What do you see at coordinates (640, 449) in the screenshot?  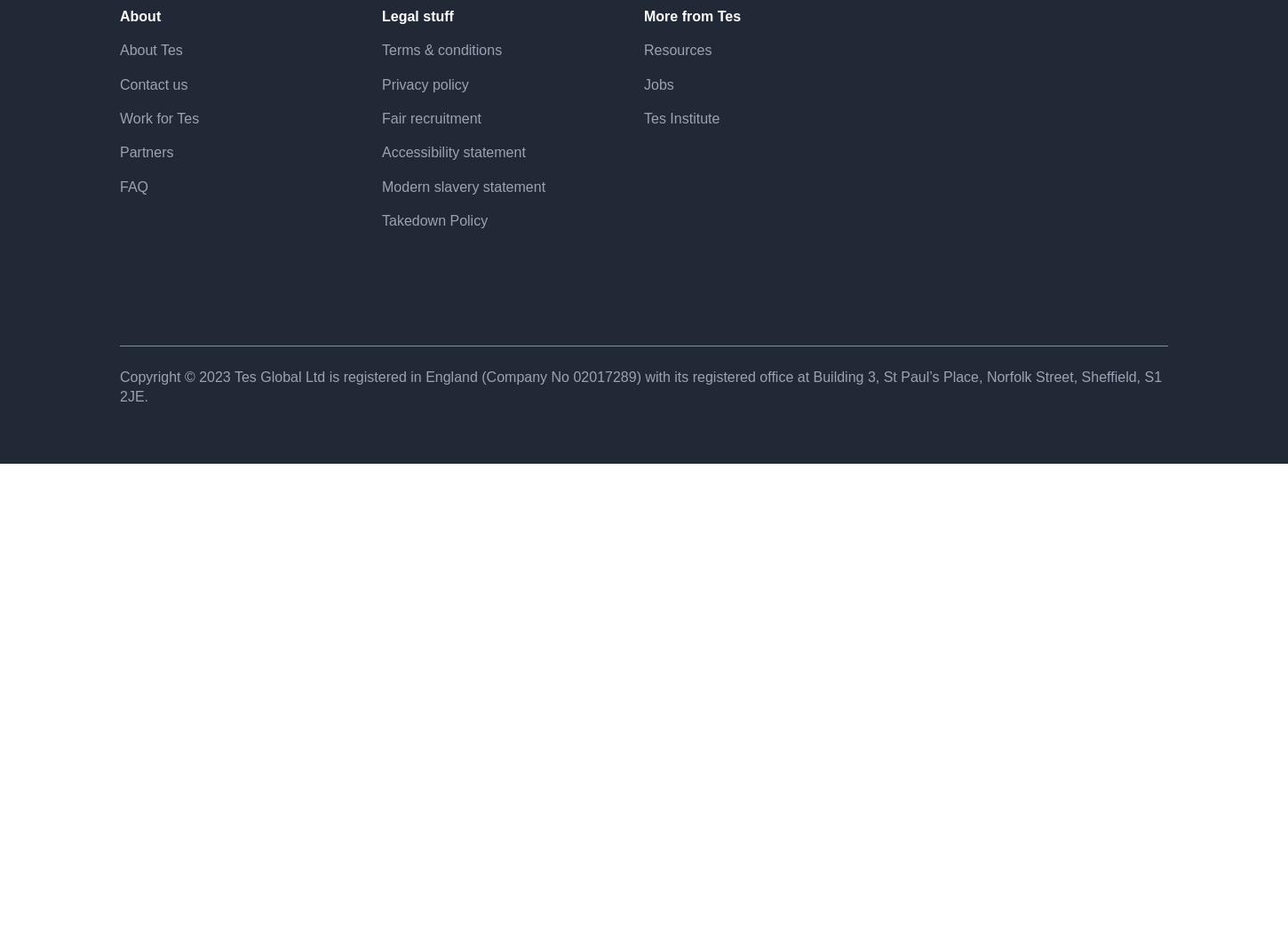 I see `'Copyright © 2023 Tes Global Ltd is registered in England (Company No 02017​289) with its registered office at Building 3, 
      St Paul’s Place, Norfolk Street, Sheffield, S1 2JE.'` at bounding box center [640, 449].